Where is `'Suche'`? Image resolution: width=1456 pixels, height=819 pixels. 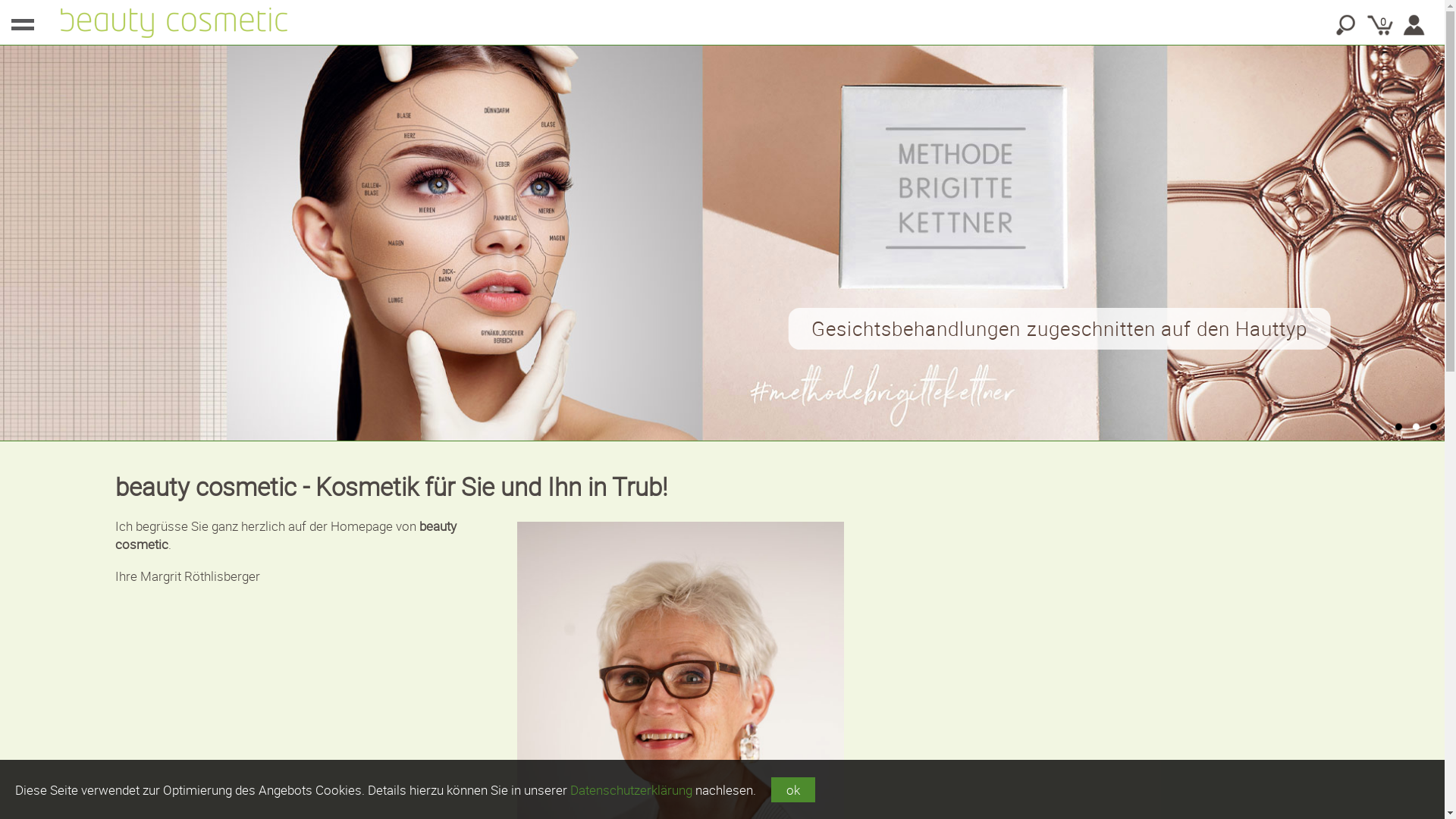
'Suche' is located at coordinates (1346, 25).